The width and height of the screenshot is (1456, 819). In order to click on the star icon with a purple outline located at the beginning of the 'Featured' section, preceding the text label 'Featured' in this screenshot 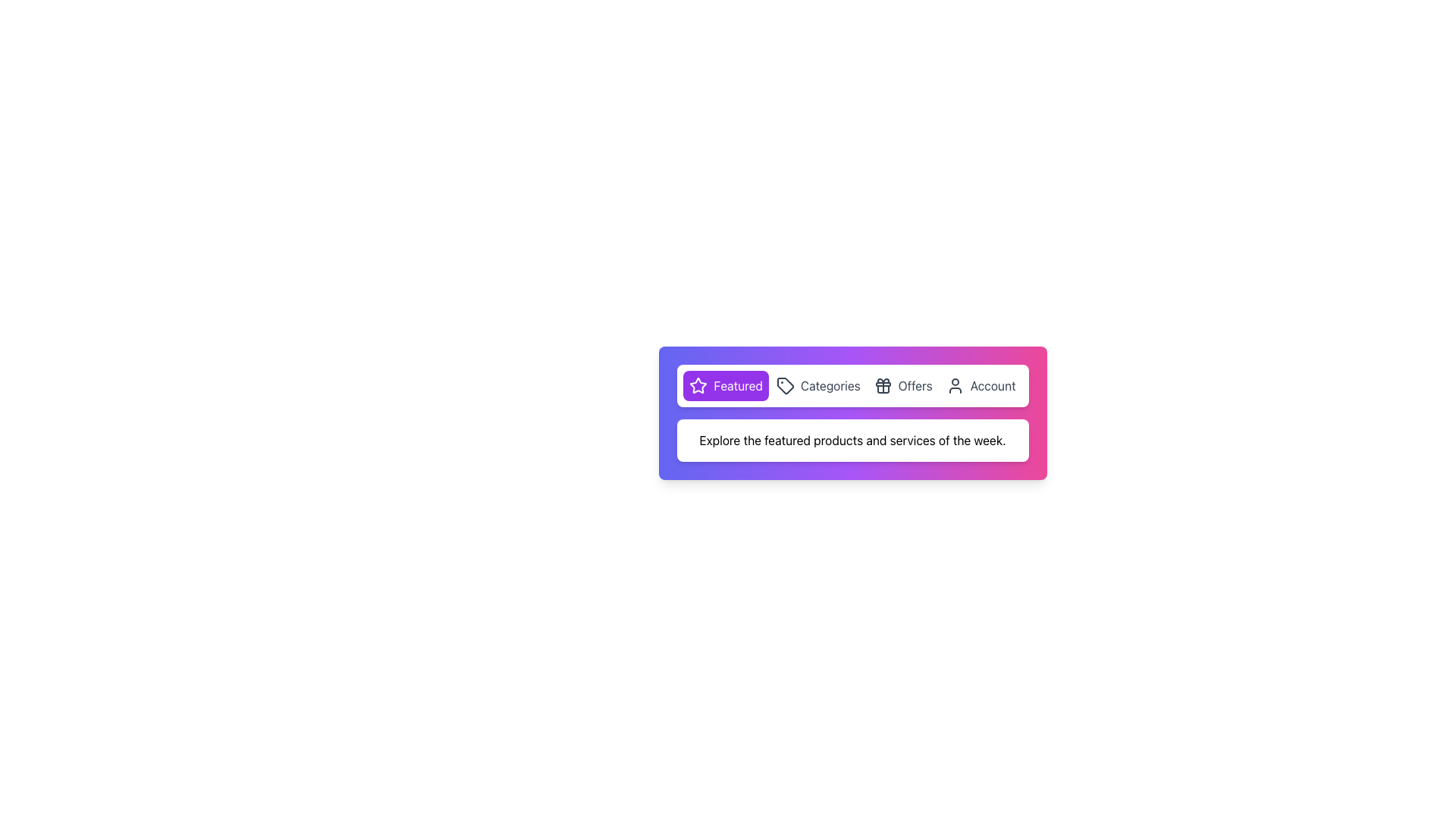, I will do `click(698, 385)`.